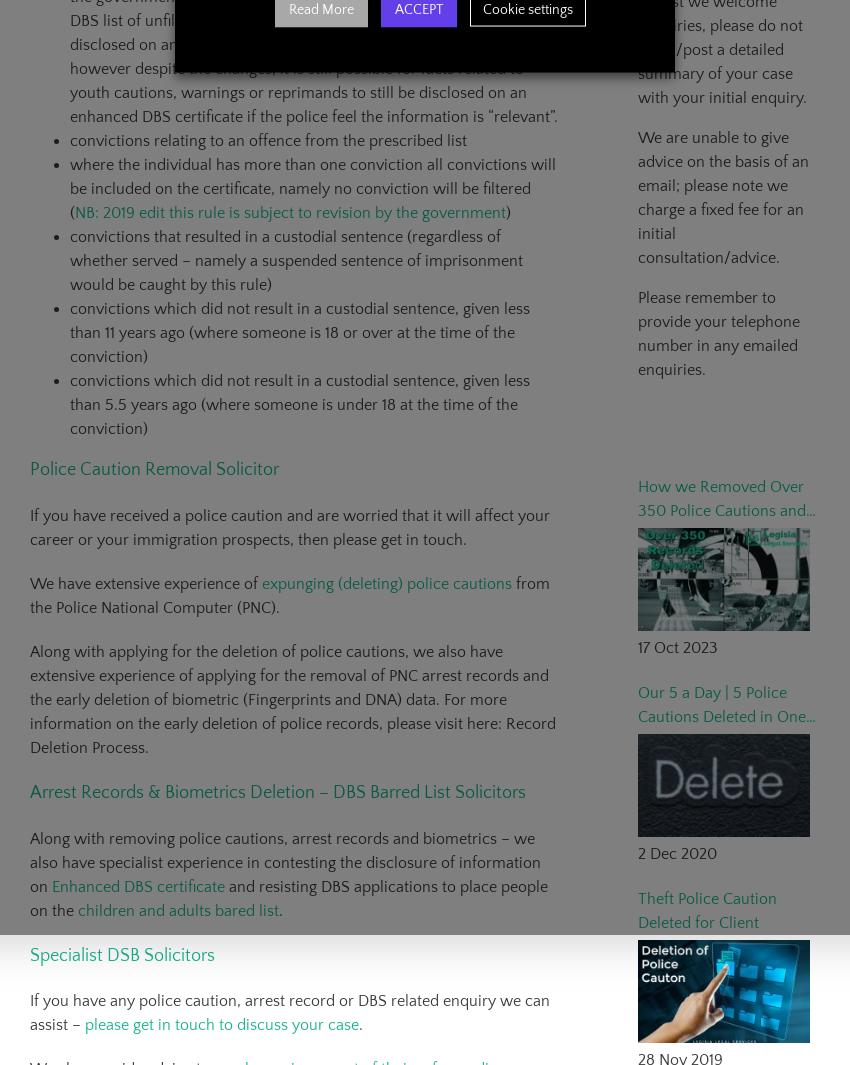  I want to click on 'If you have any police caution, arrest record or DBS related enquiry we can assist –', so click(289, 1013).